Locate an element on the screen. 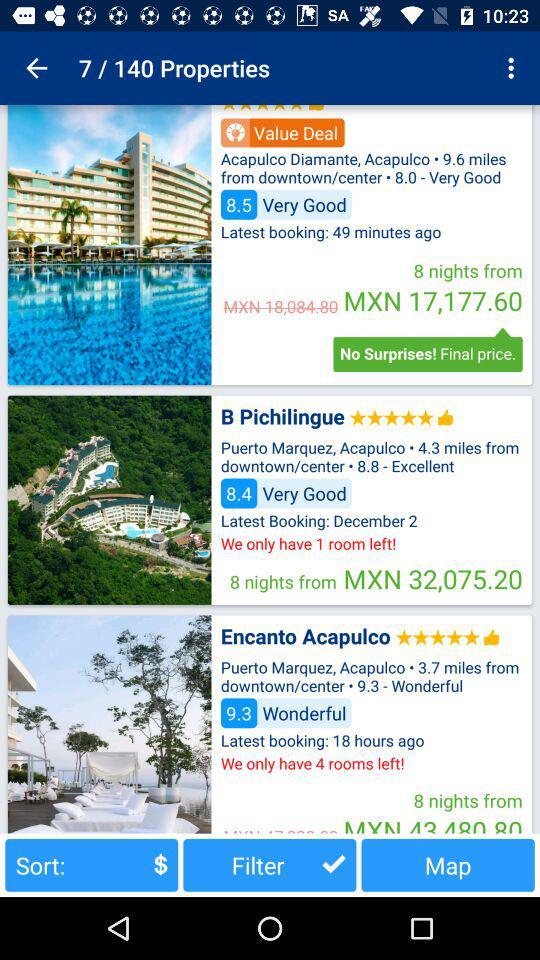 This screenshot has height=960, width=540. the item to the left of the filter is located at coordinates (90, 864).